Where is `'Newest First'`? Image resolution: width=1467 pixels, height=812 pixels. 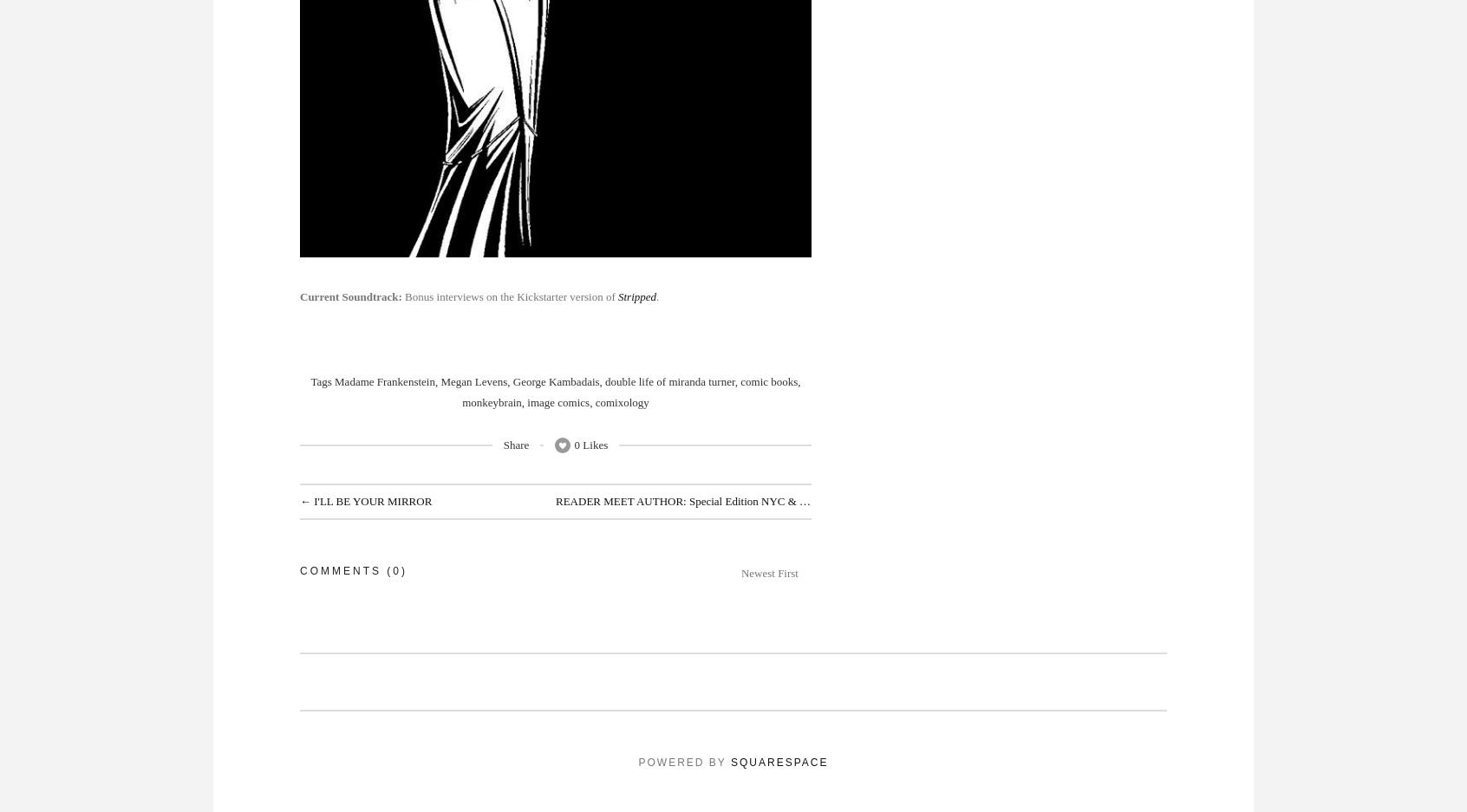 'Newest First' is located at coordinates (739, 572).